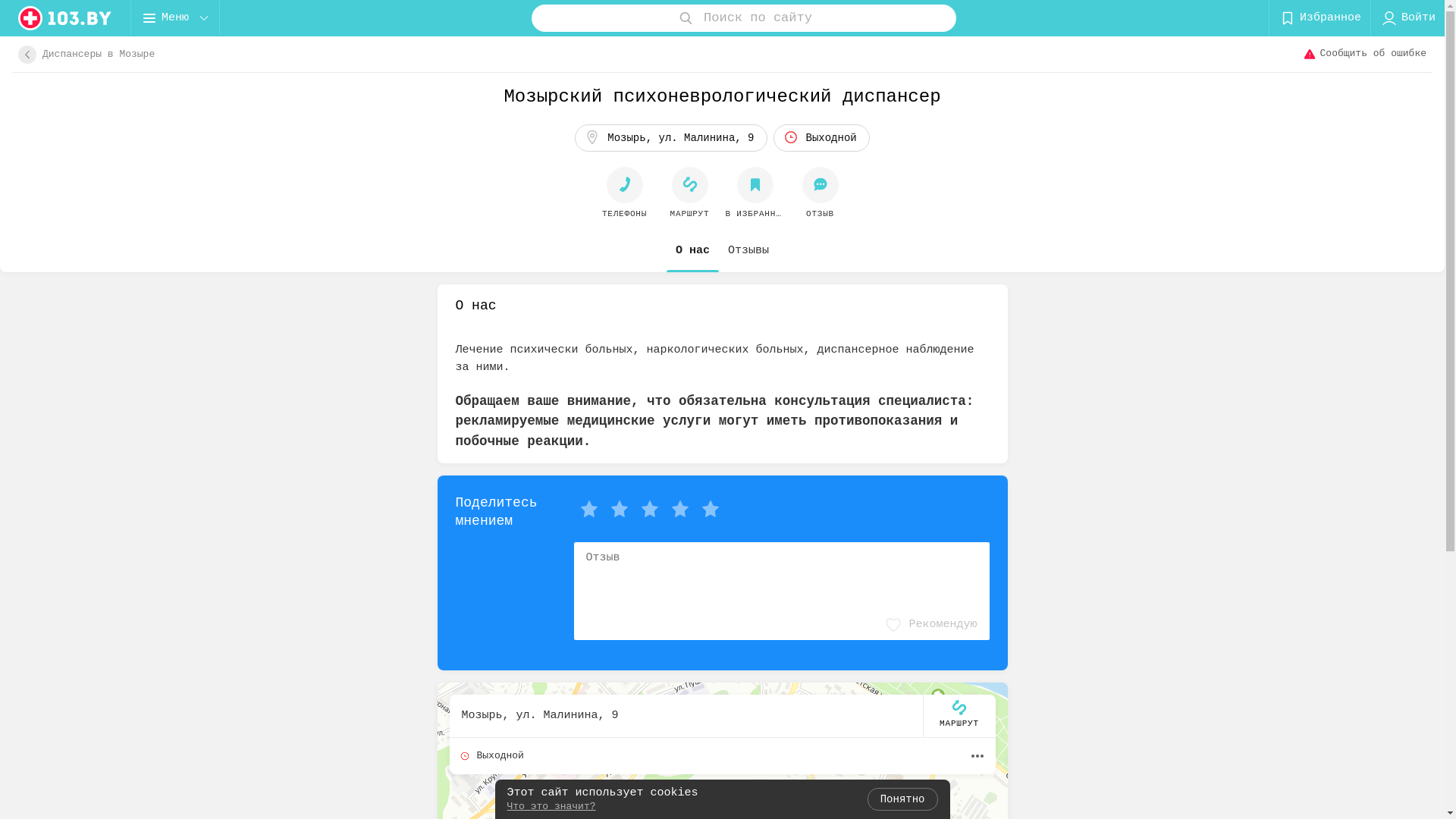 This screenshot has height=819, width=1456. What do you see at coordinates (64, 17) in the screenshot?
I see `'logo'` at bounding box center [64, 17].